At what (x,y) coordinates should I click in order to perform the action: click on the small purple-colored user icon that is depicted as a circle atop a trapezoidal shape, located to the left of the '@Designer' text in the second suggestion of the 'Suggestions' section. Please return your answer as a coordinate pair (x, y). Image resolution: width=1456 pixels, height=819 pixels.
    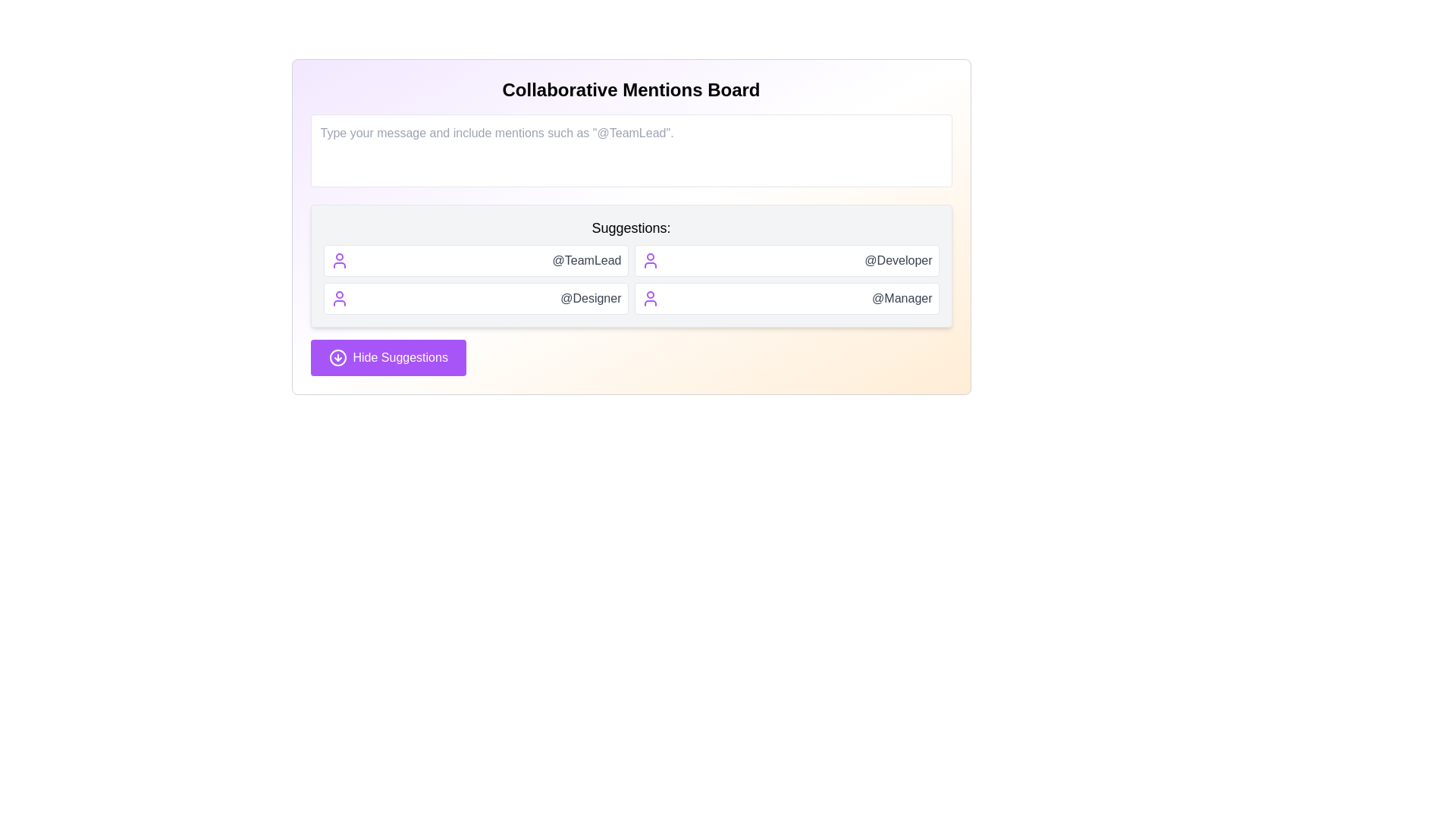
    Looking at the image, I should click on (338, 298).